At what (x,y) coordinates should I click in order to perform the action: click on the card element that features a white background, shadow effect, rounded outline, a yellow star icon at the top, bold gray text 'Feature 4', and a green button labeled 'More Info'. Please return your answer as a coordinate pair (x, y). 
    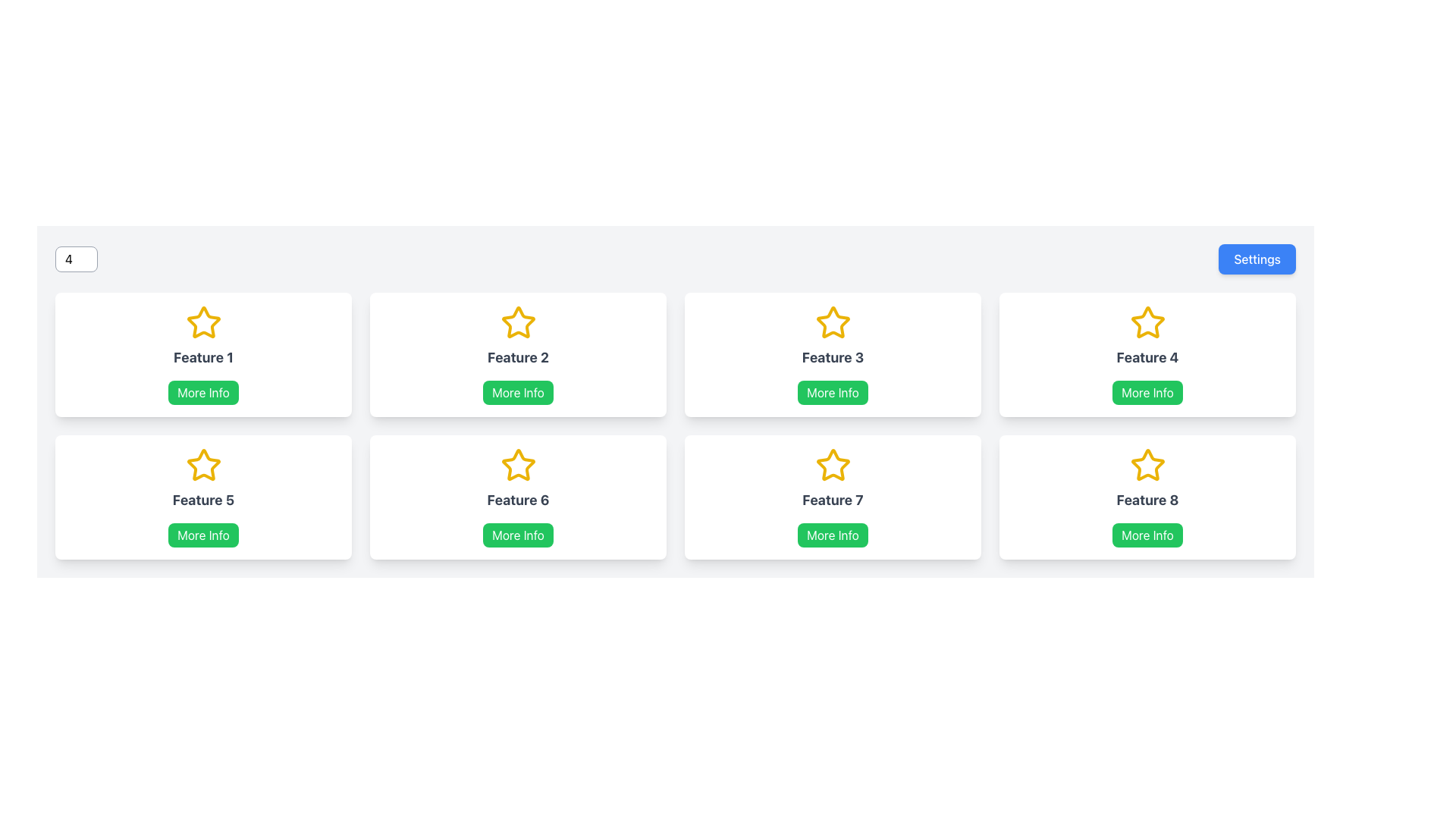
    Looking at the image, I should click on (1147, 354).